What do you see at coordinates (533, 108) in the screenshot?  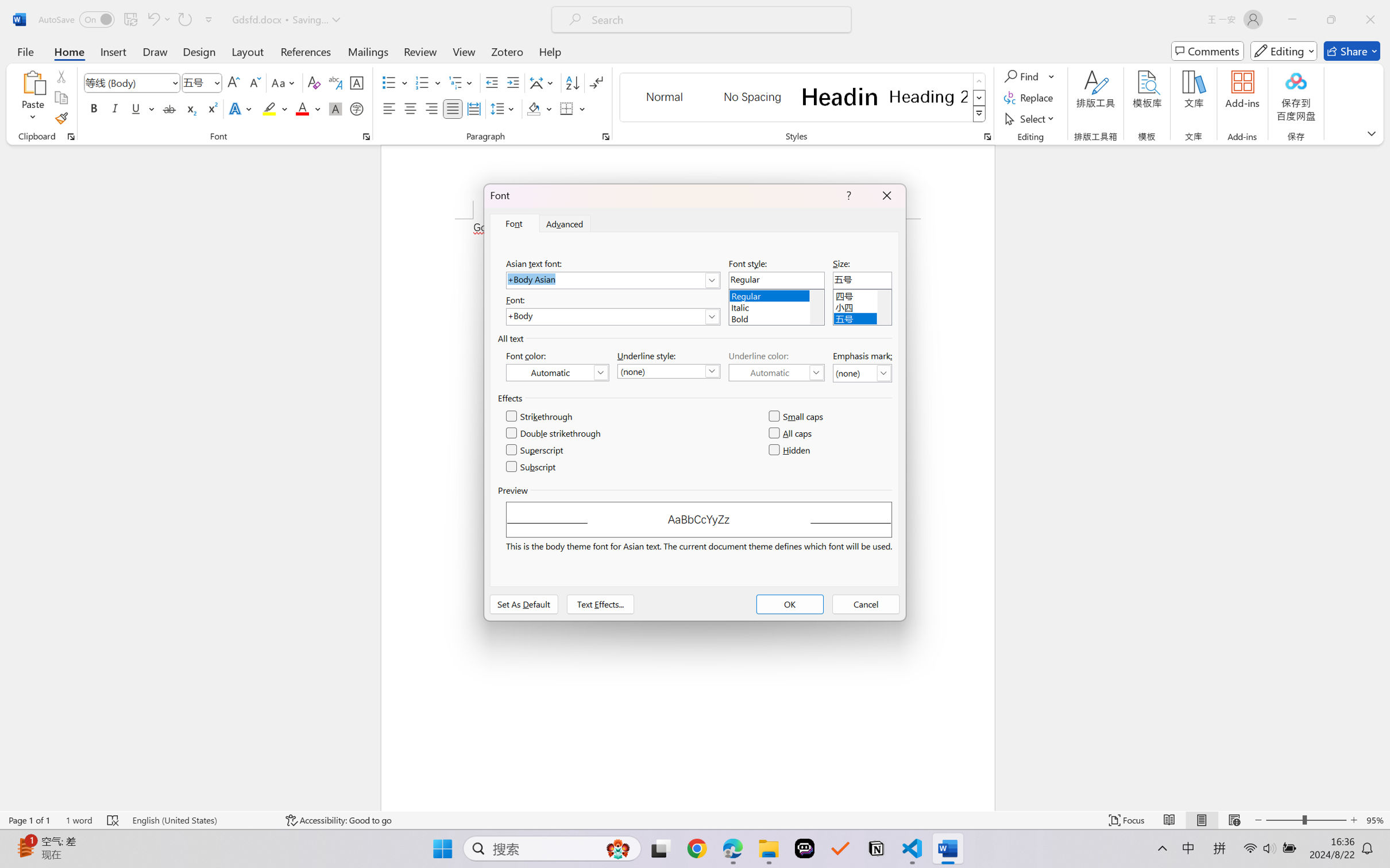 I see `'Shading RGB(0, 0, 0)'` at bounding box center [533, 108].